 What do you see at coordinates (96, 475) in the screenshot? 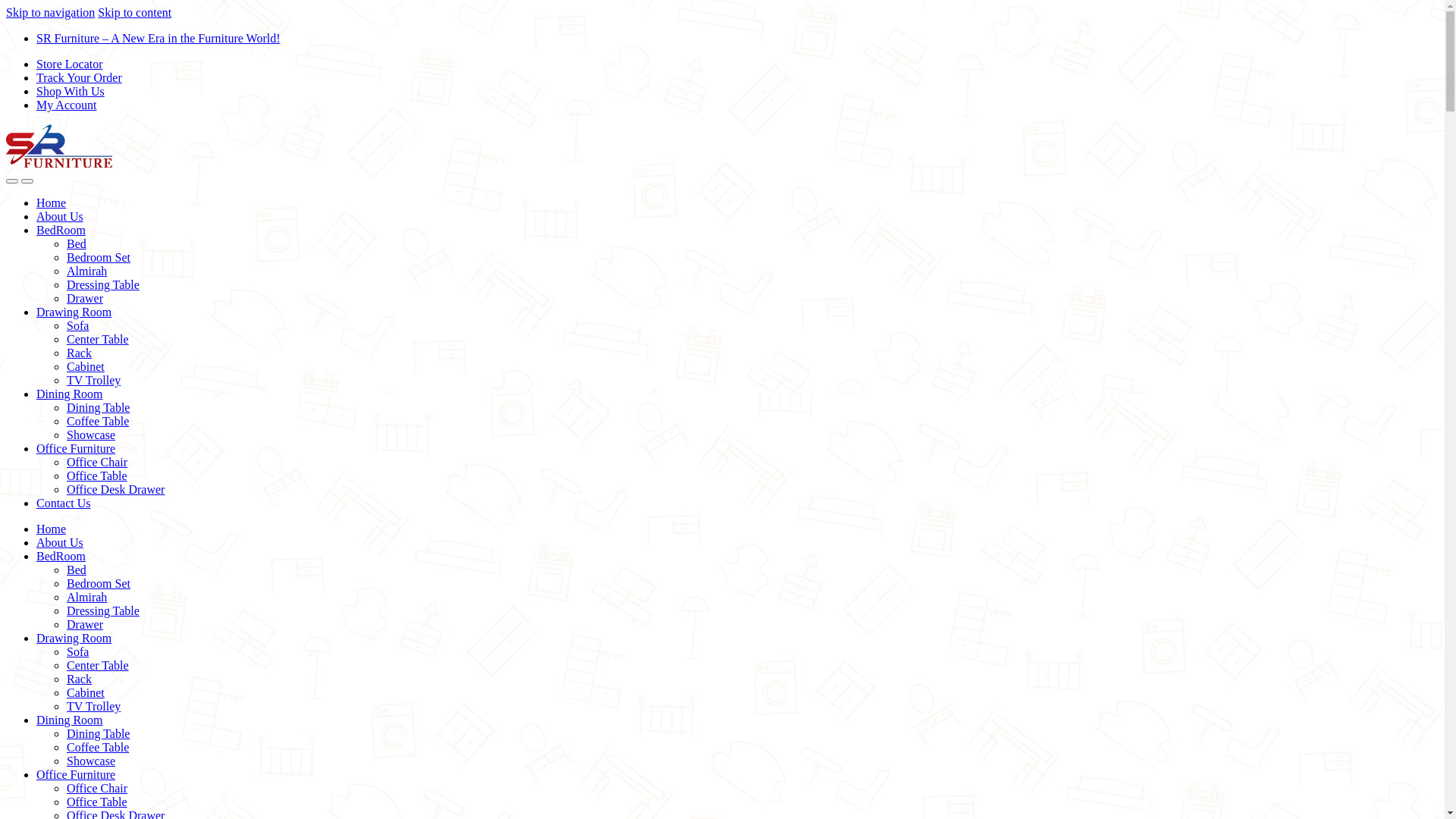
I see `'Office Table'` at bounding box center [96, 475].